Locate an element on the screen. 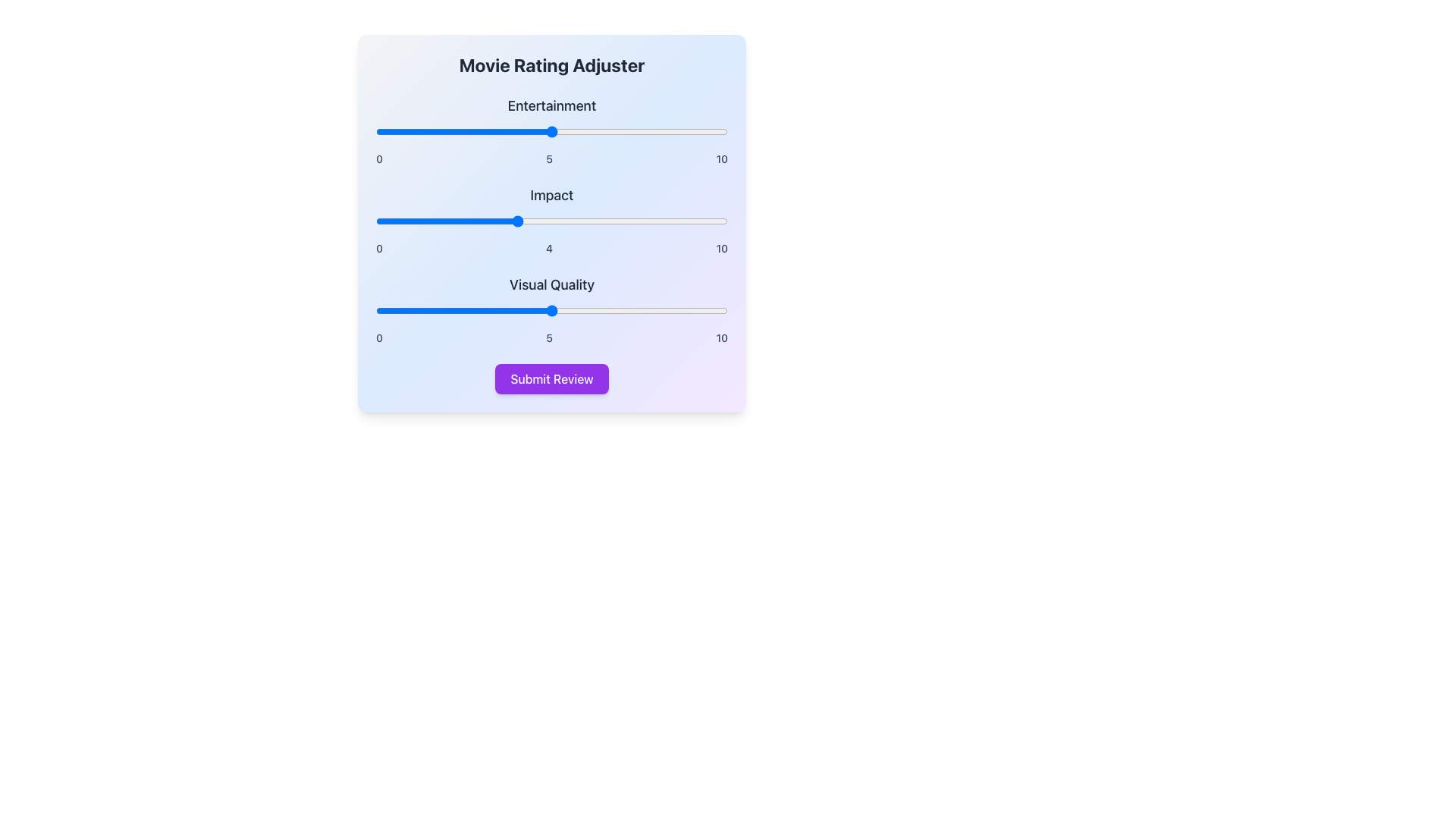  the slider is located at coordinates (445, 309).